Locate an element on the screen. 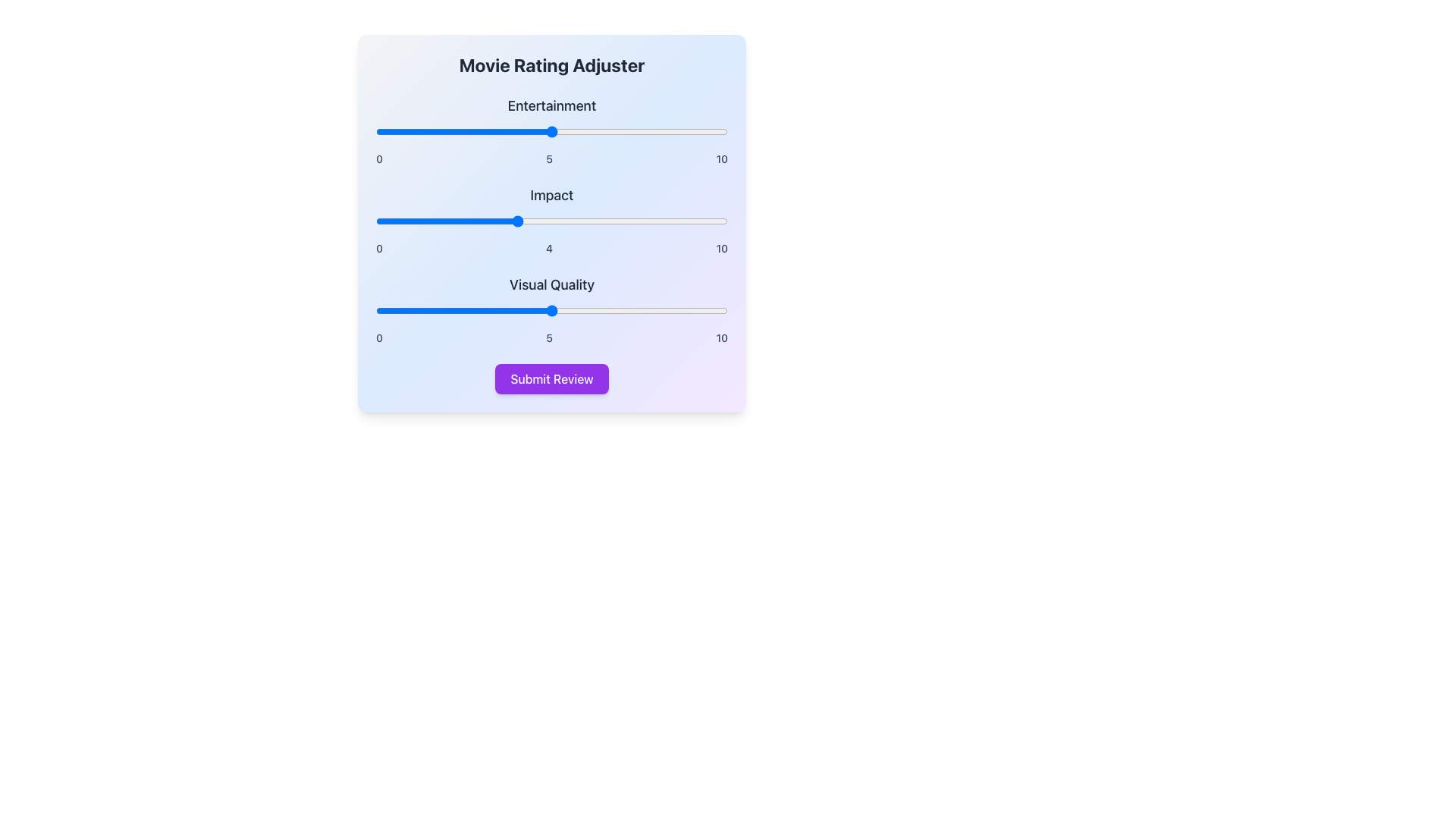  the slider is located at coordinates (445, 309).